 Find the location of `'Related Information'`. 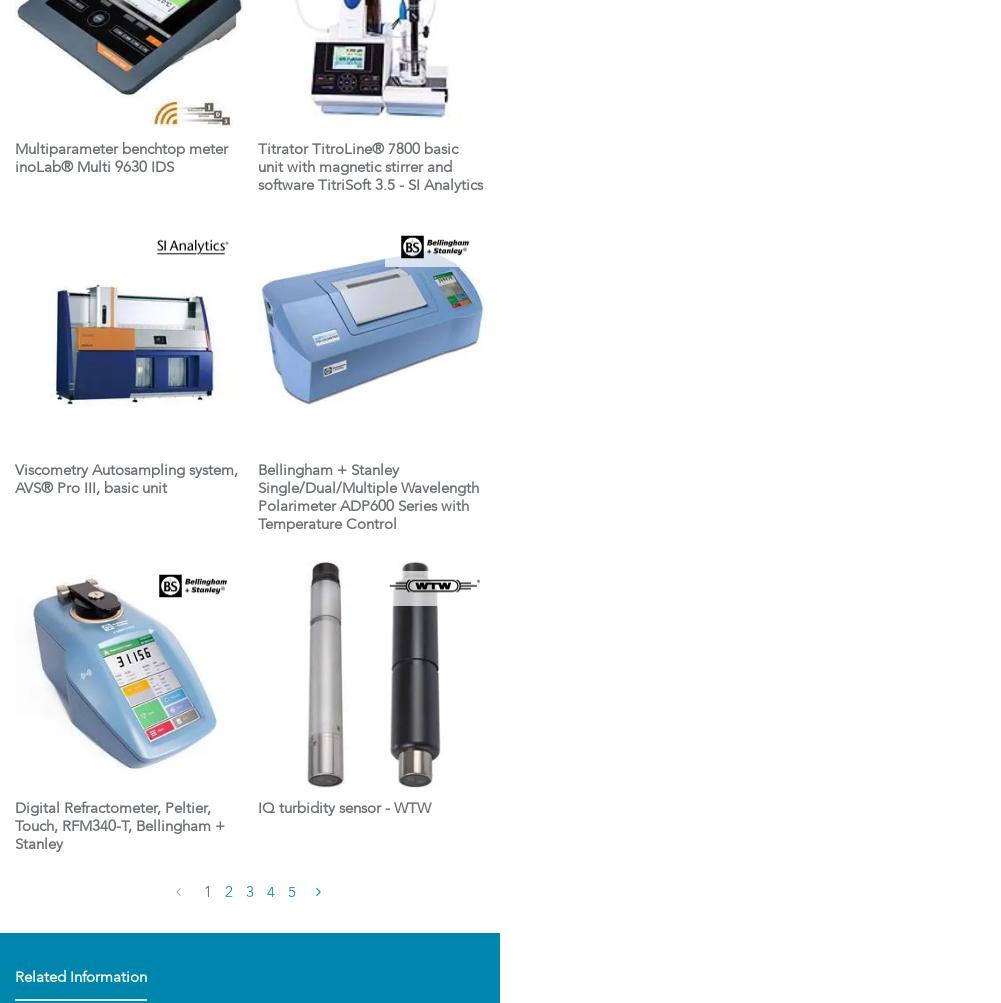

'Related Information' is located at coordinates (79, 977).